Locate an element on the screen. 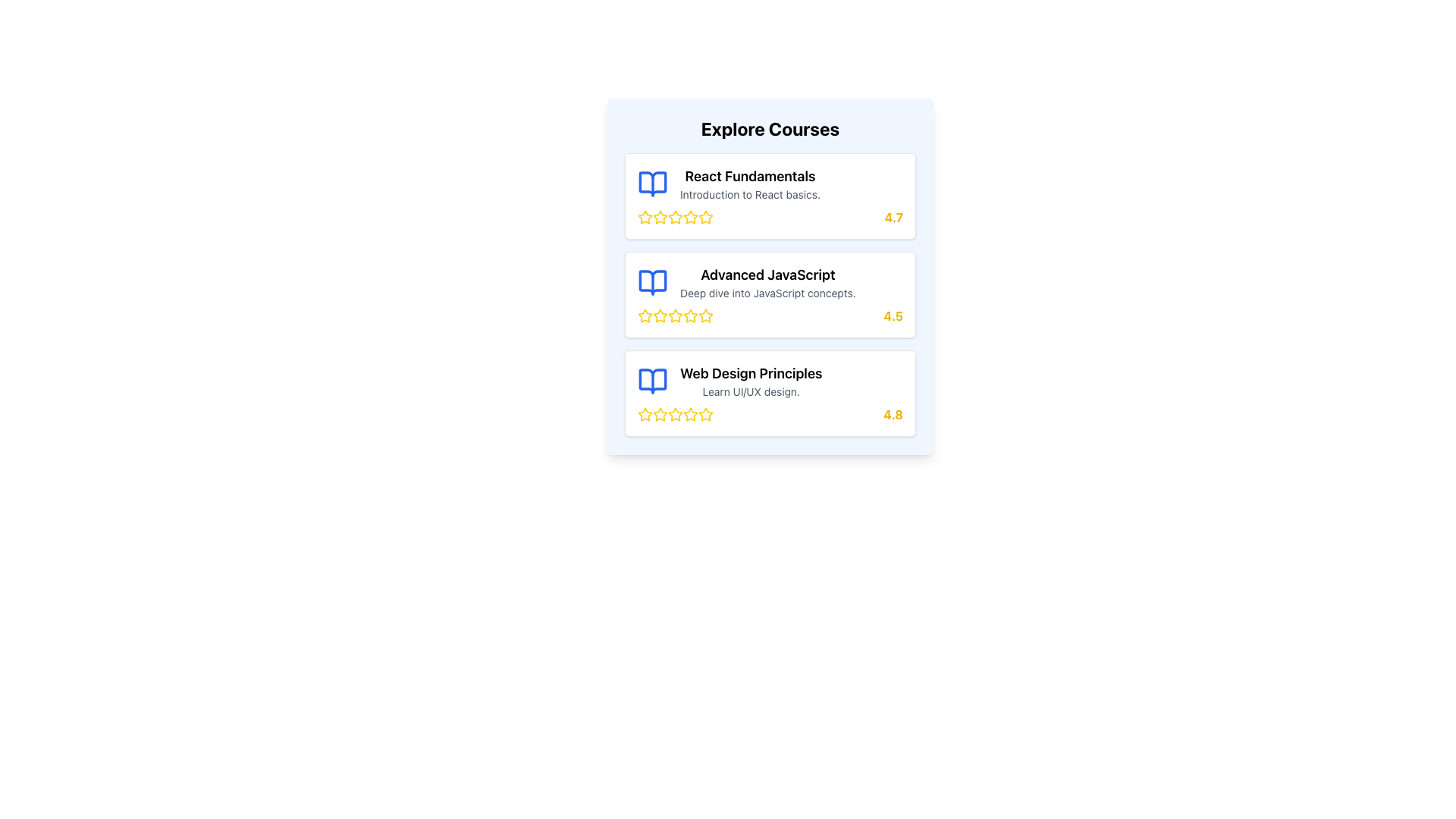 This screenshot has width=1456, height=819. the text element displaying the overall rating for the 'Advanced JavaScript' course is located at coordinates (893, 315).